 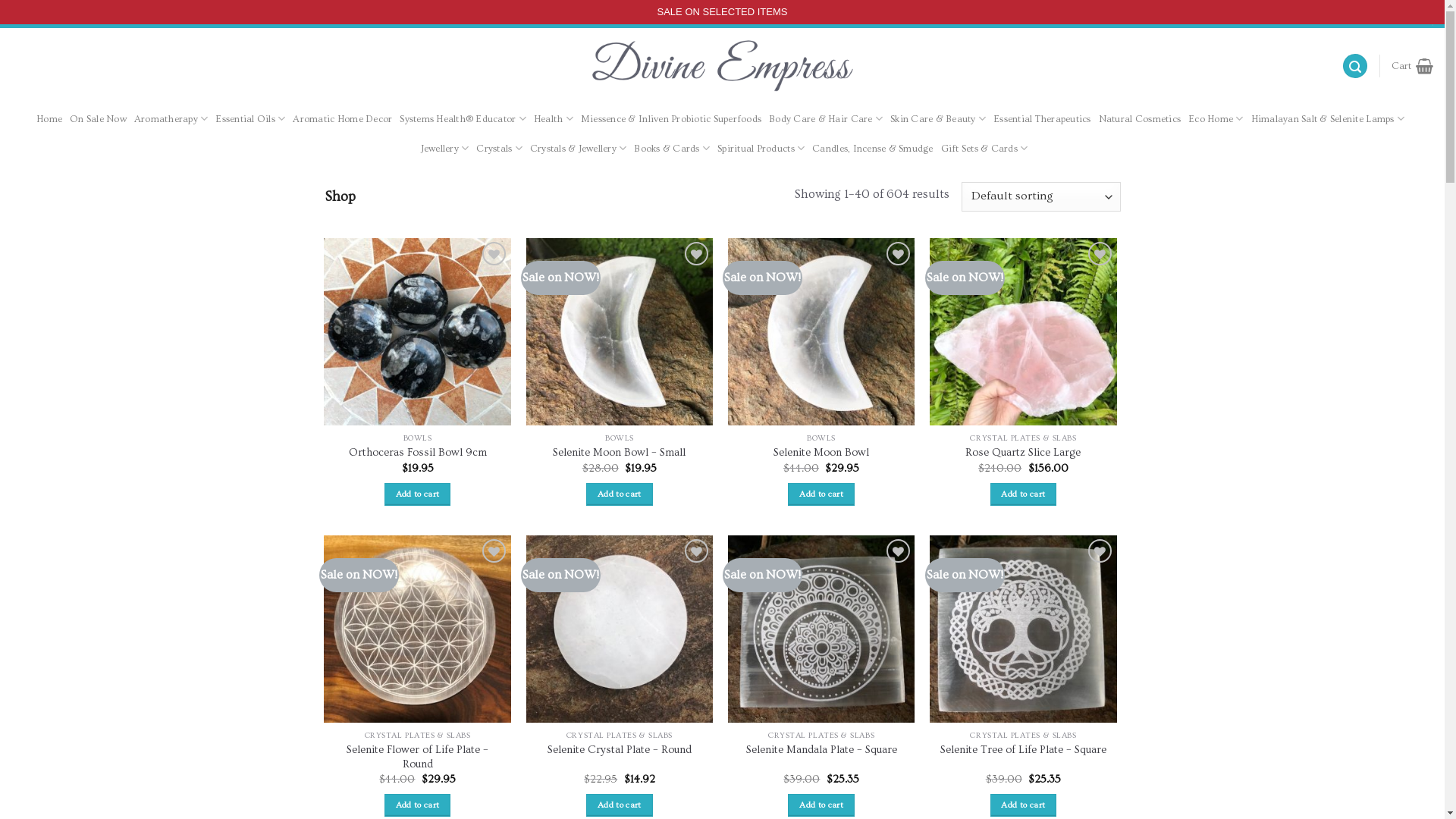 What do you see at coordinates (444, 148) in the screenshot?
I see `'Jewellery'` at bounding box center [444, 148].